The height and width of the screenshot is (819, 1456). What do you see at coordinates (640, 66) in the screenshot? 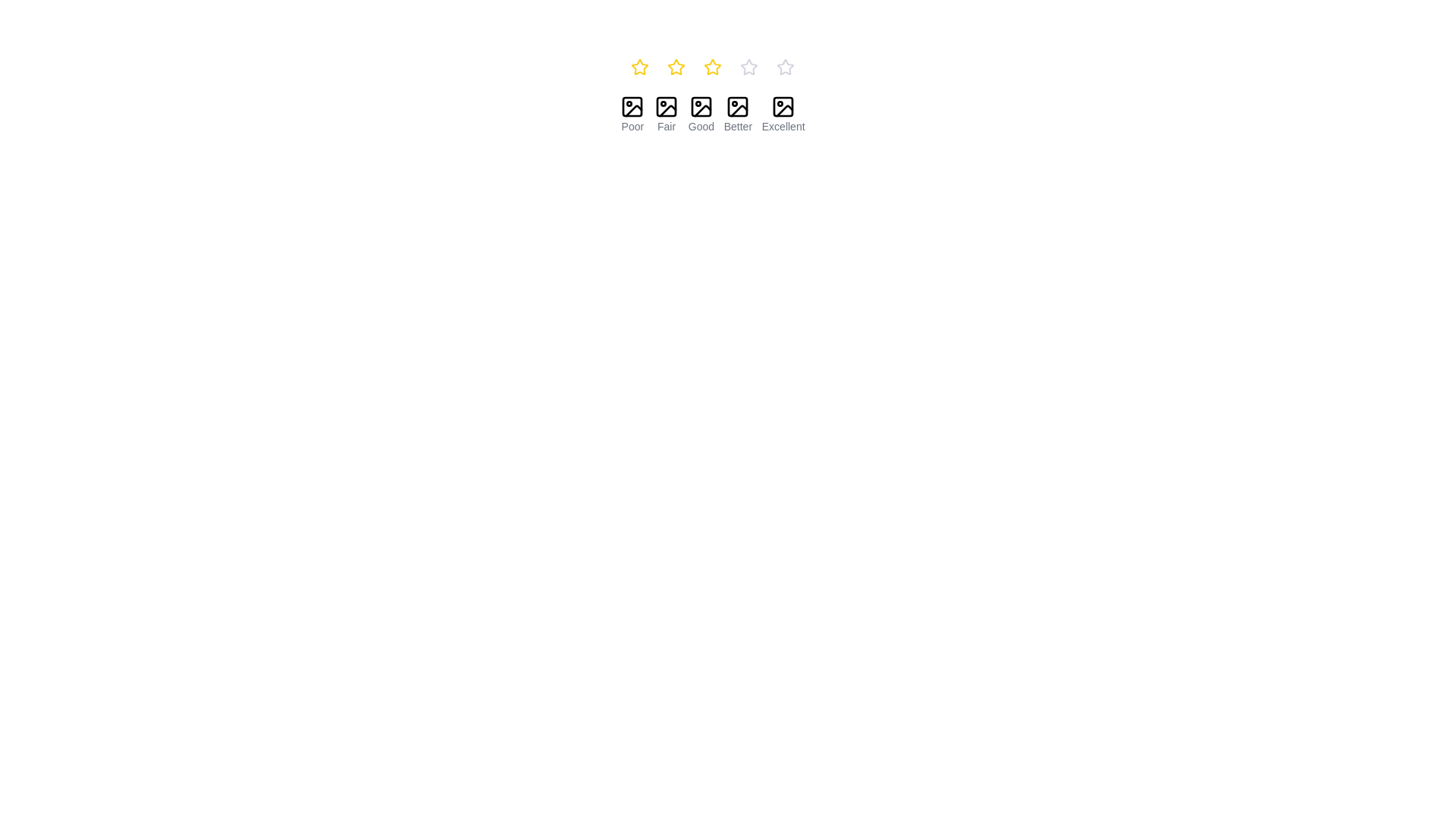
I see `the second star icon in the five-star rating system` at bounding box center [640, 66].